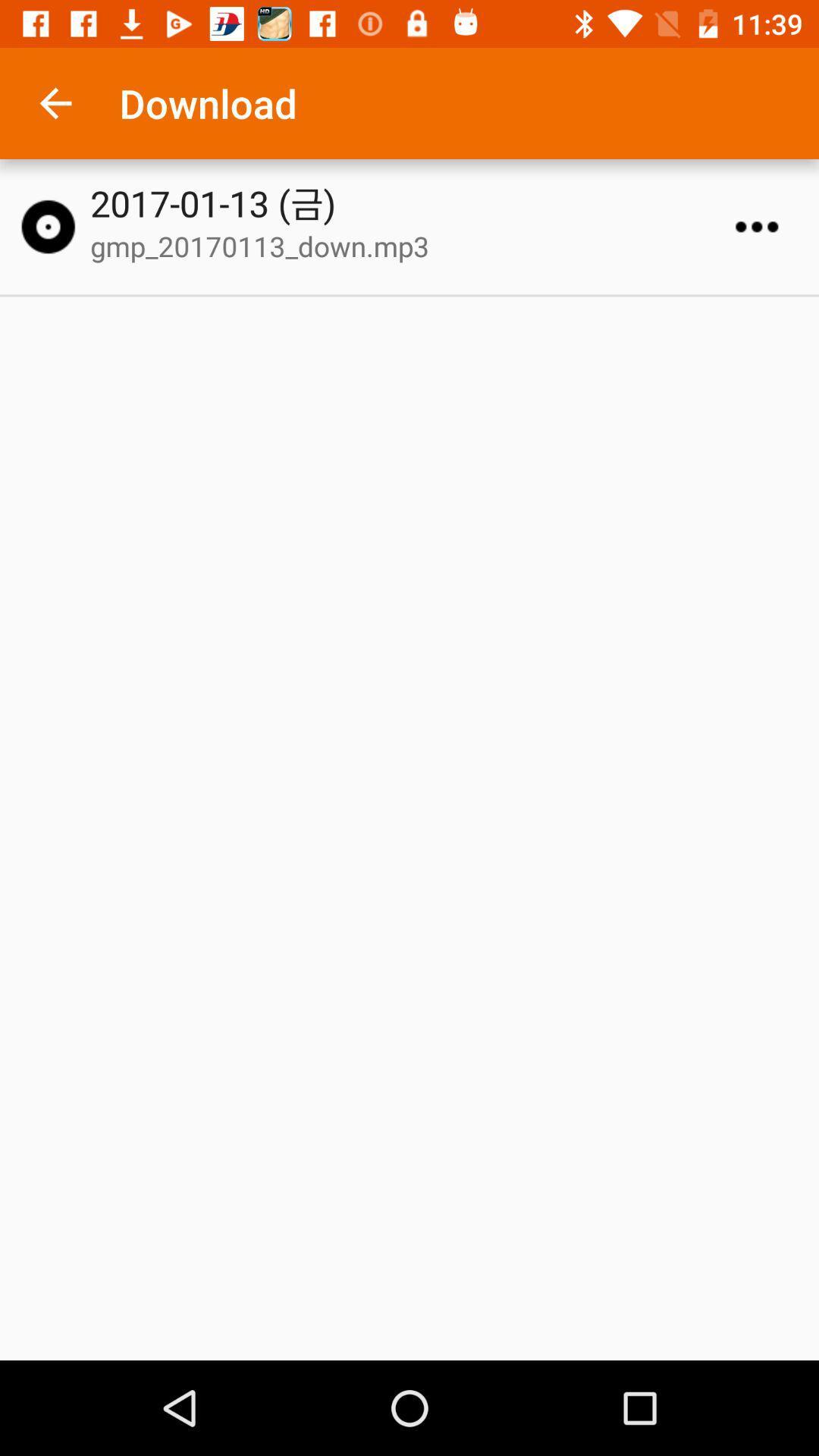 The height and width of the screenshot is (1456, 819). Describe the element at coordinates (55, 102) in the screenshot. I see `item above the 2017 01 13` at that location.